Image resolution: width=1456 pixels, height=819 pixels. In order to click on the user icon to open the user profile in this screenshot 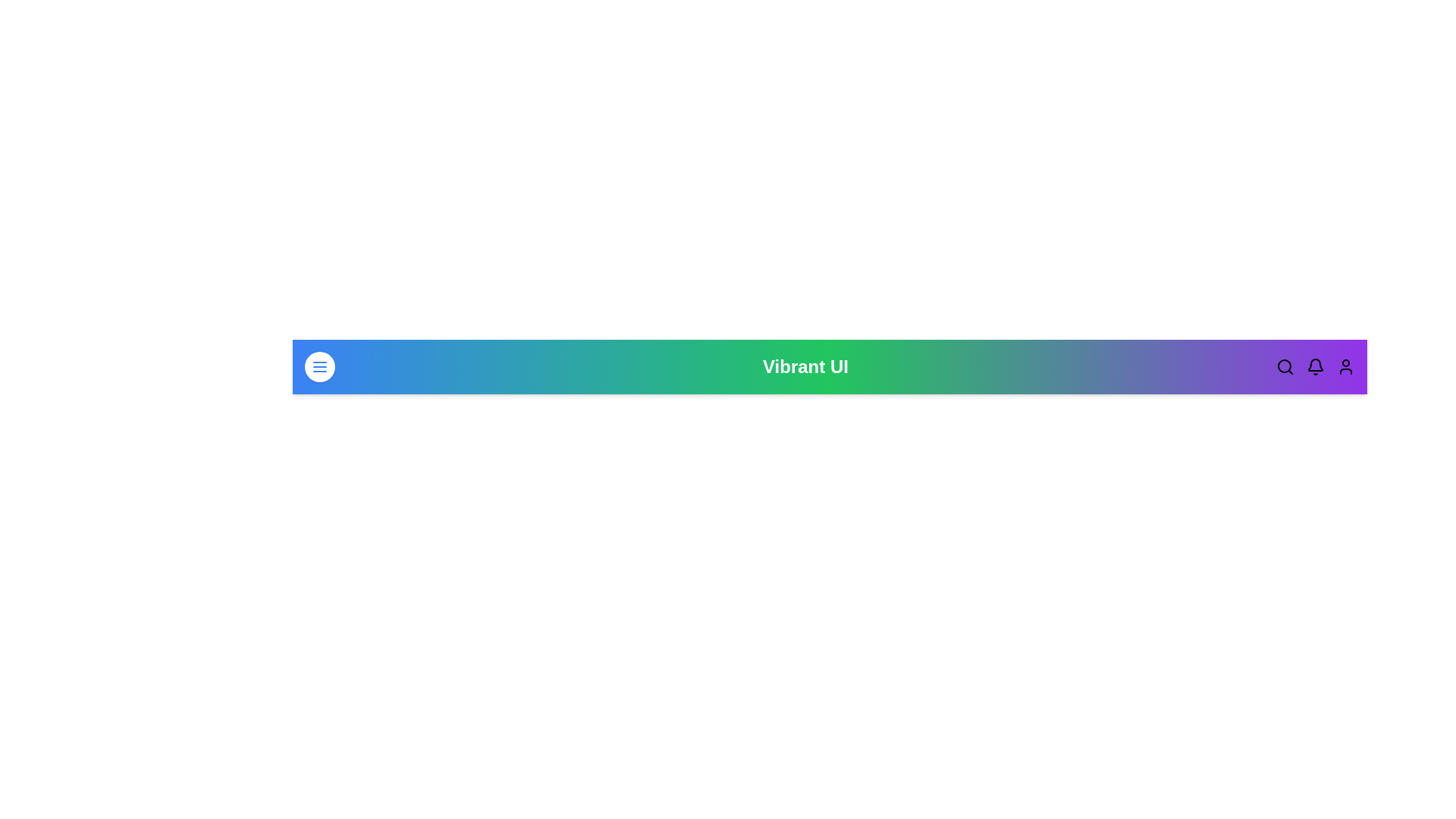, I will do `click(1346, 366)`.